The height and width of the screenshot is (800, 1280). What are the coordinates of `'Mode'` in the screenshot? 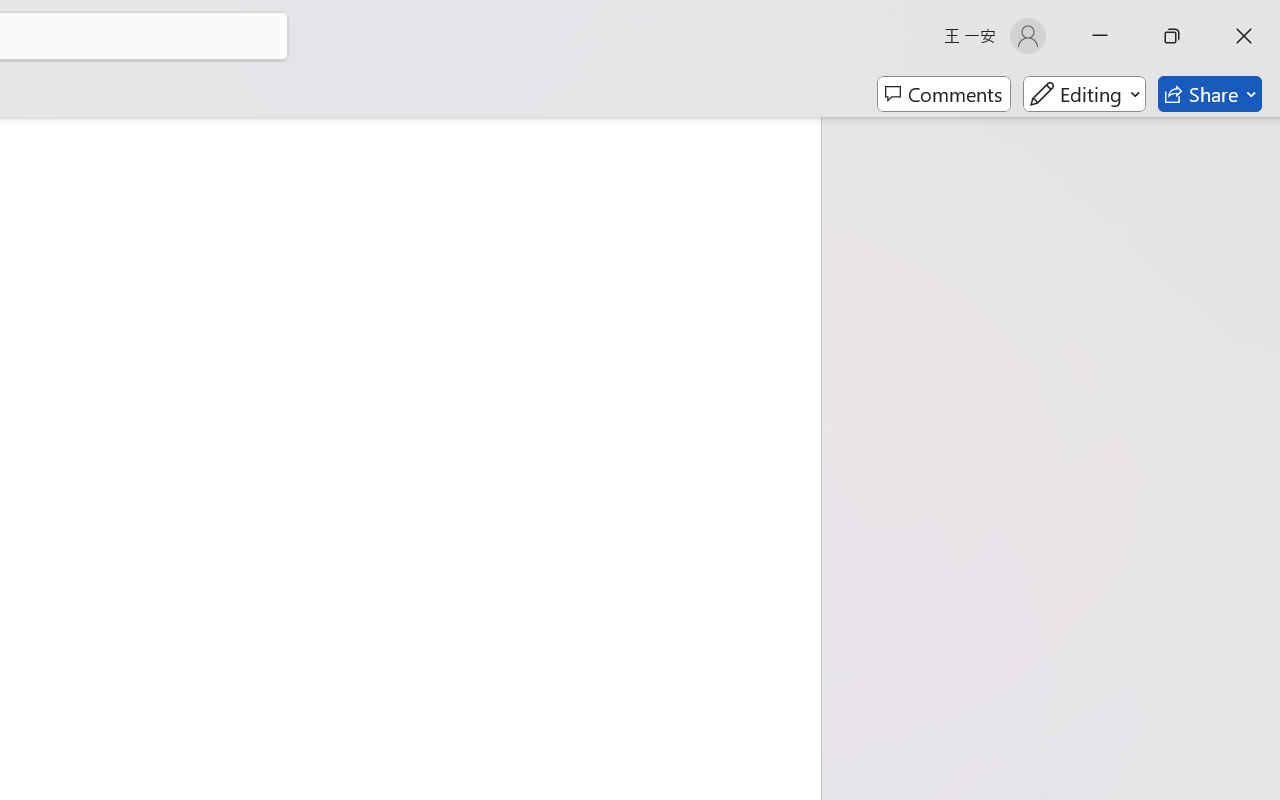 It's located at (1083, 94).